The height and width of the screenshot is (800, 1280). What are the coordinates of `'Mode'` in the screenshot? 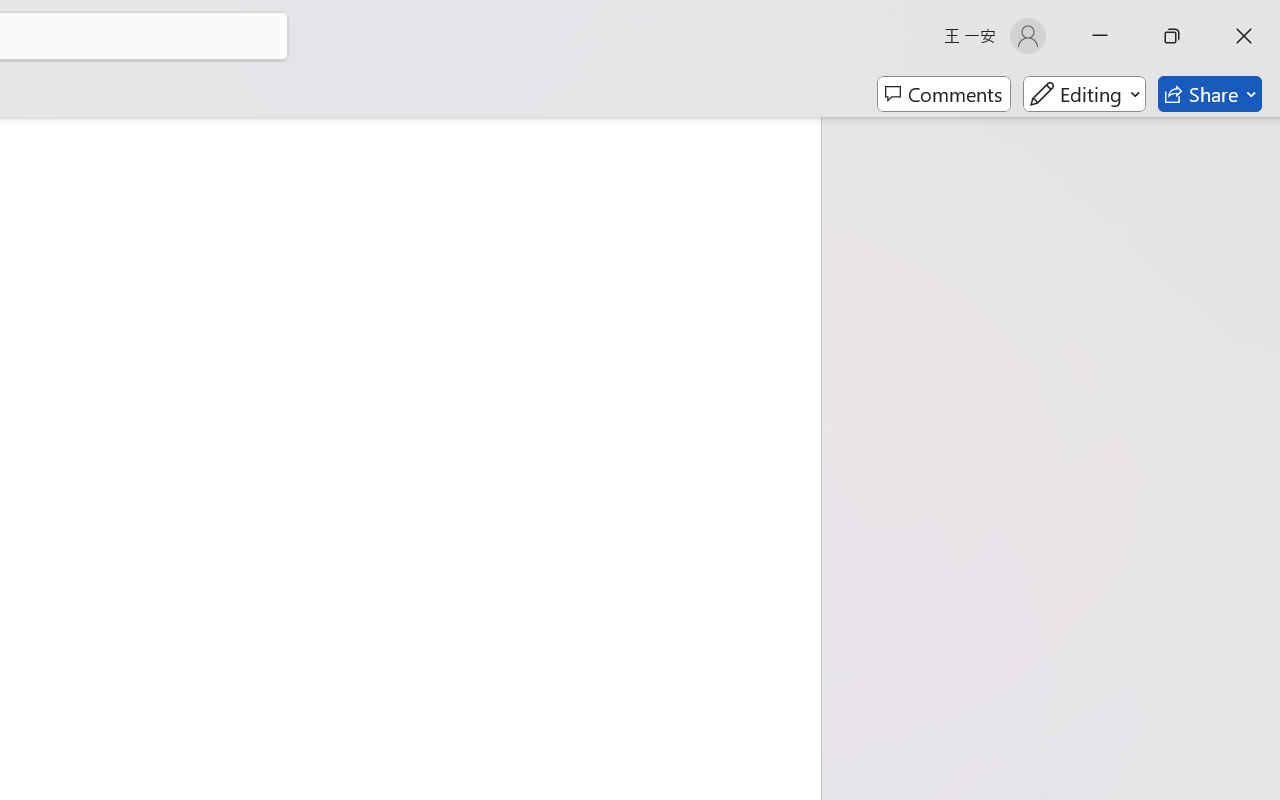 It's located at (1083, 94).